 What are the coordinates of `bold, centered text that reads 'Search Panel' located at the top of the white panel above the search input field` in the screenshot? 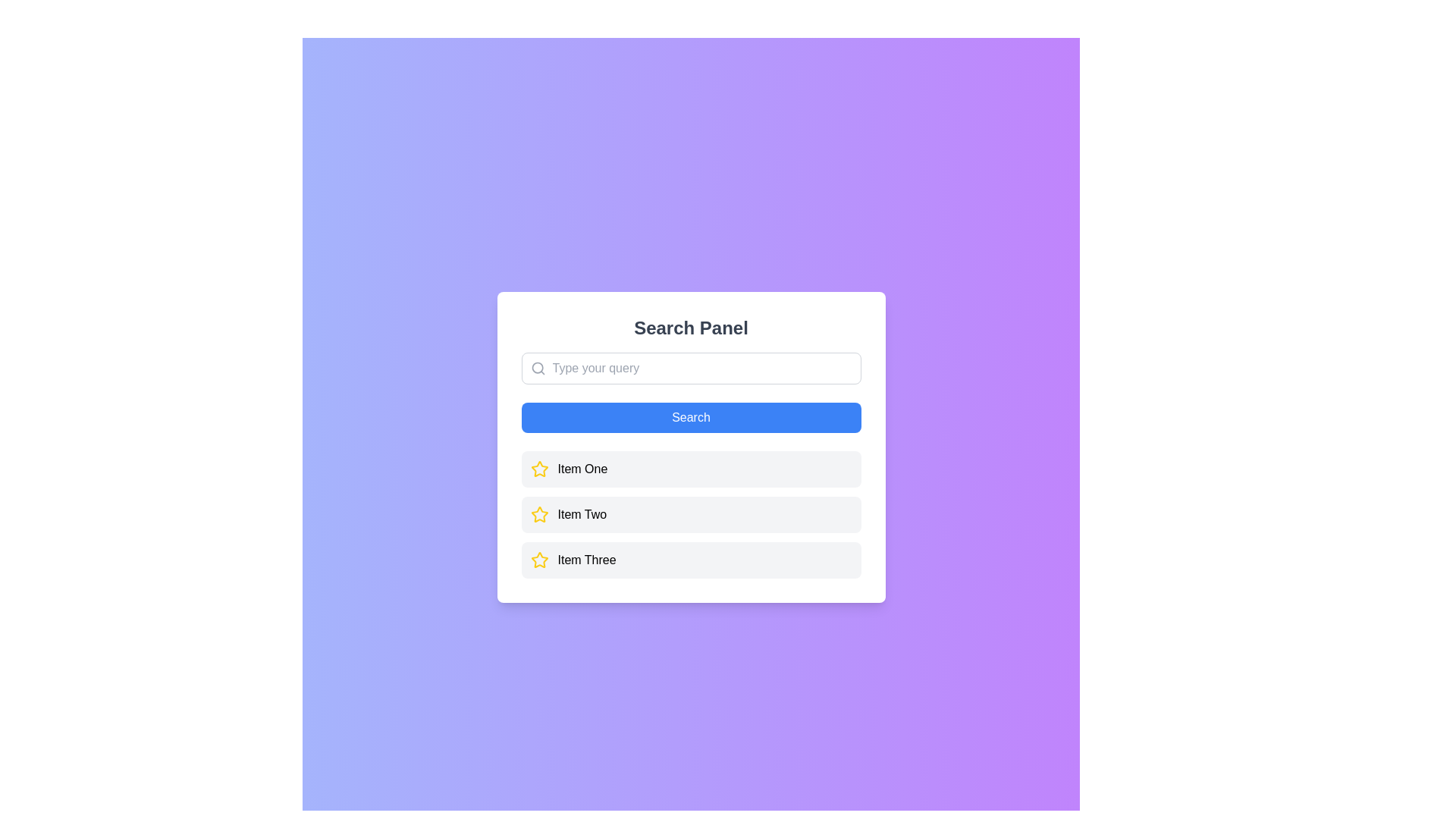 It's located at (690, 327).